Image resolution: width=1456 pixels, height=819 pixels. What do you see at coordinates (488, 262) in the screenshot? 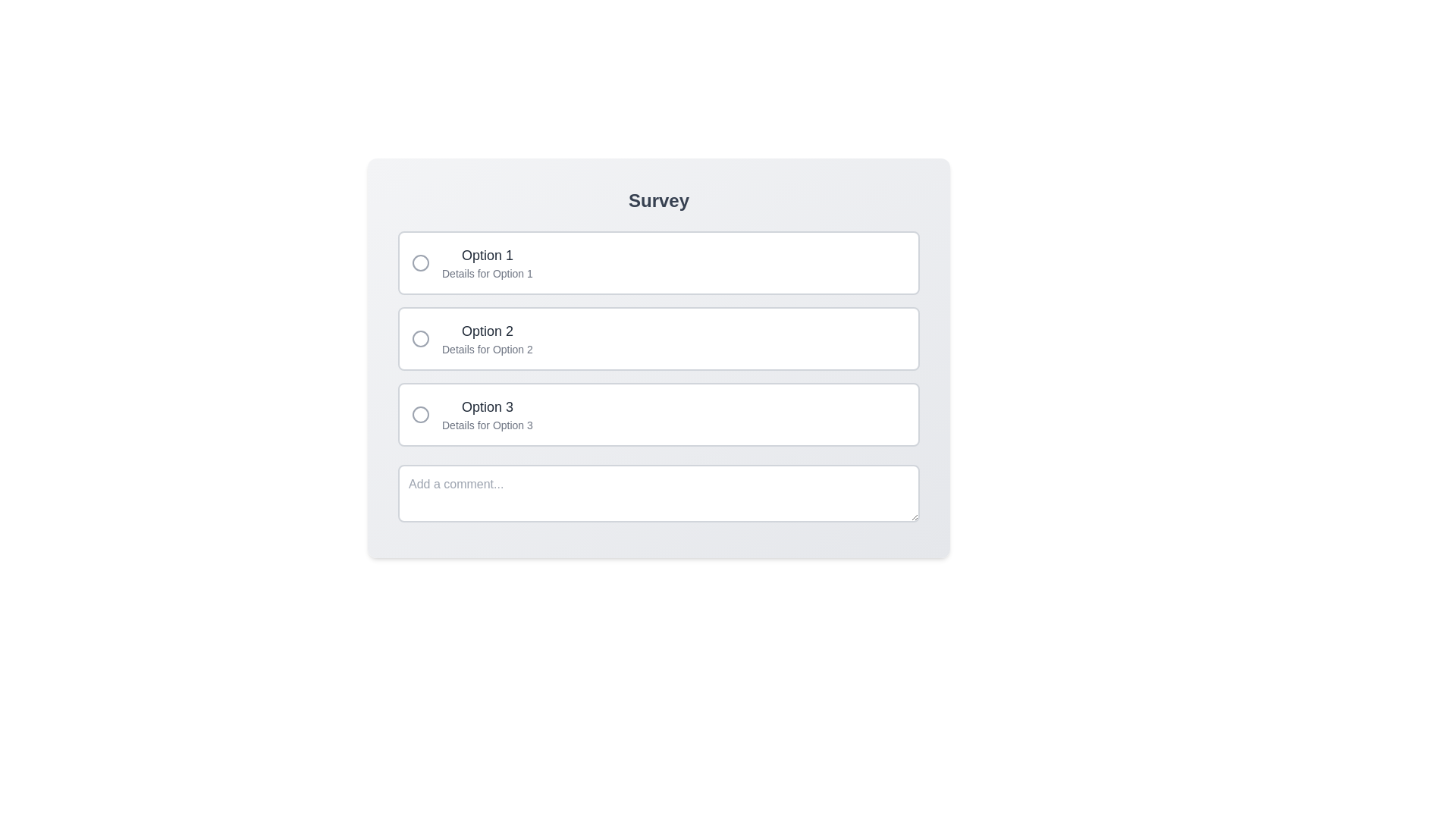
I see `the text block displaying 'Option 1' and 'Details for Option 1'` at bounding box center [488, 262].